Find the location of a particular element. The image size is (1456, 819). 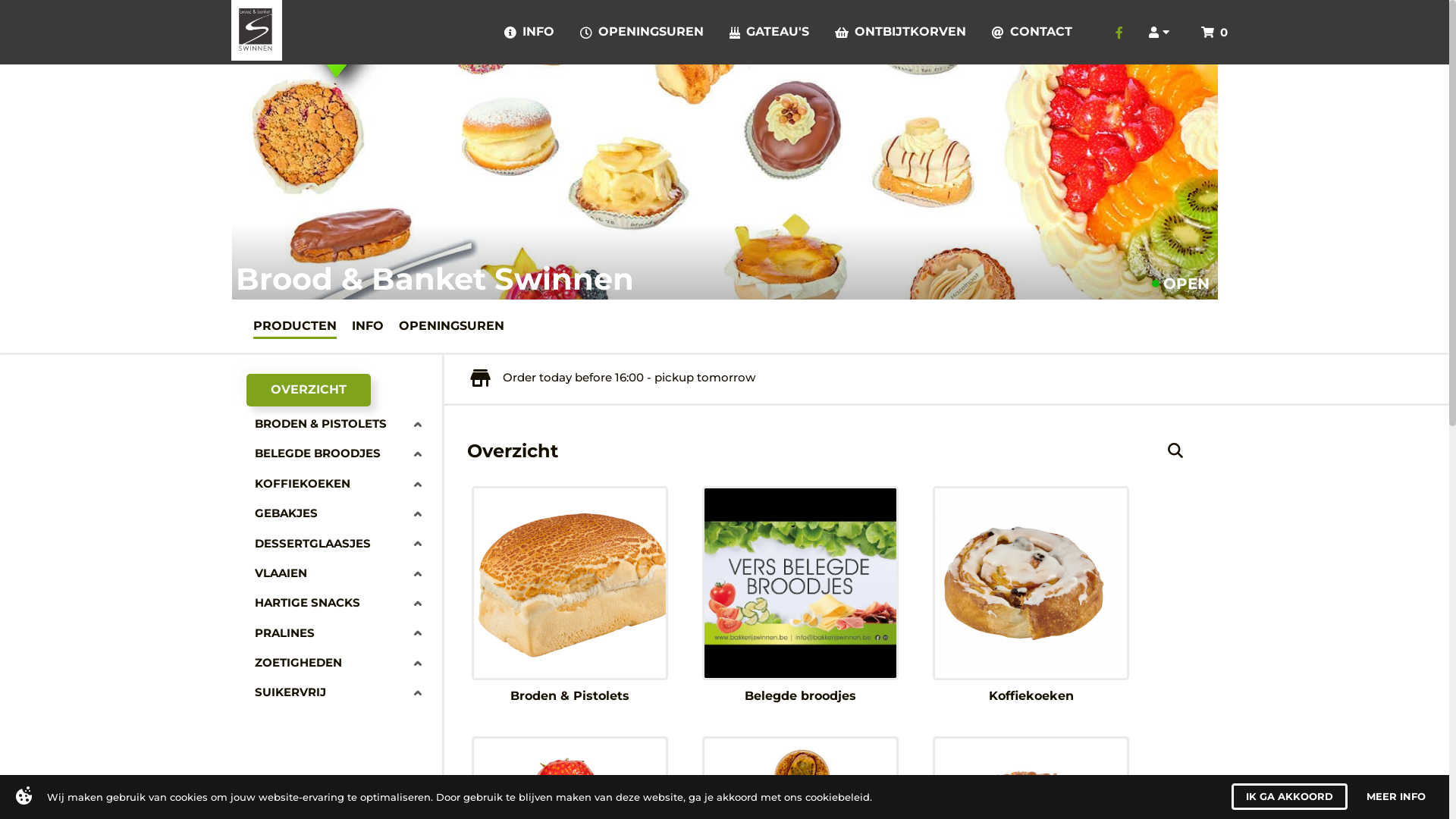

'MORE INFO' is located at coordinates (1401, 795).